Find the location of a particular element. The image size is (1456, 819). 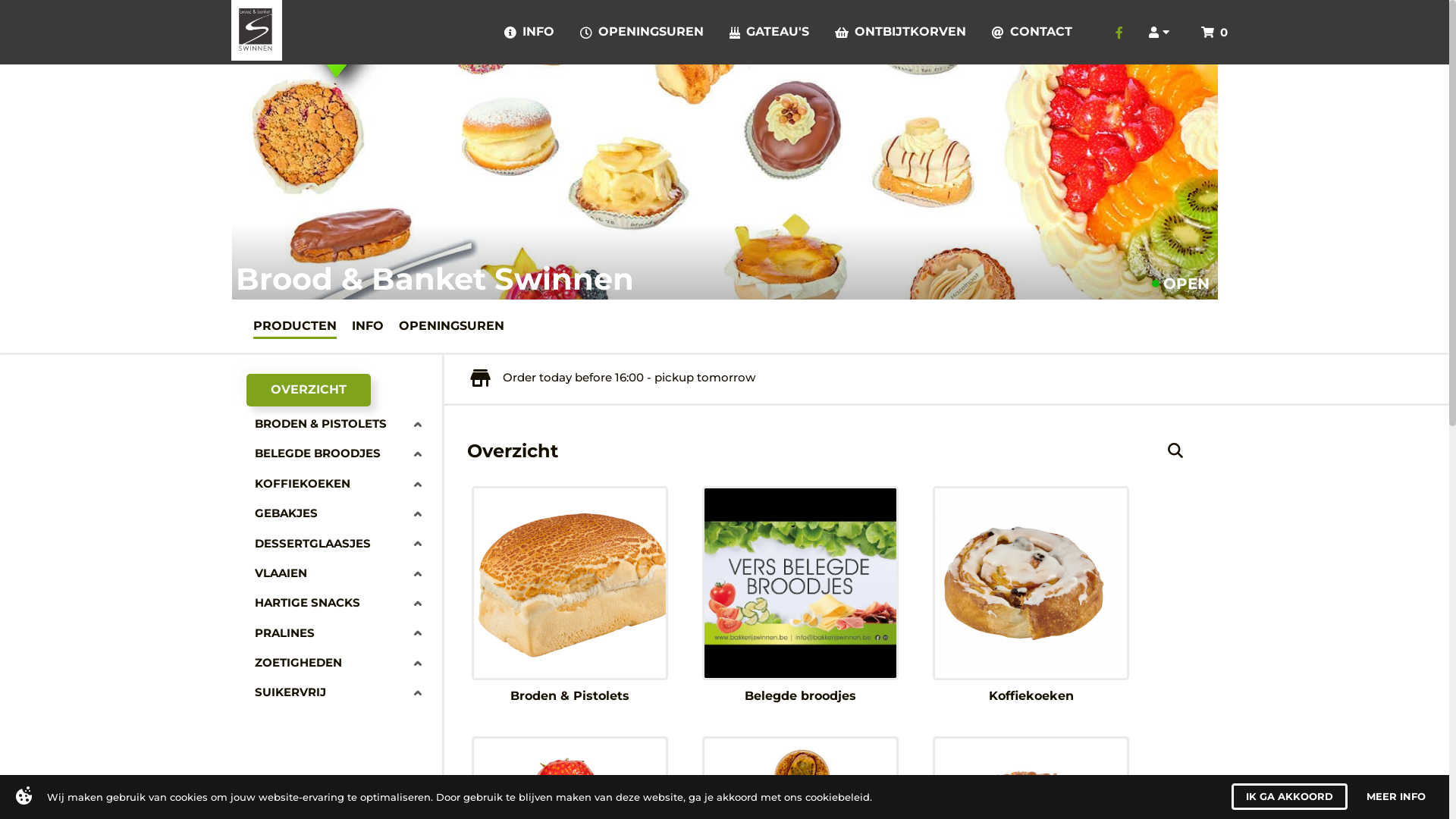

'MORE INFO' is located at coordinates (1401, 795).